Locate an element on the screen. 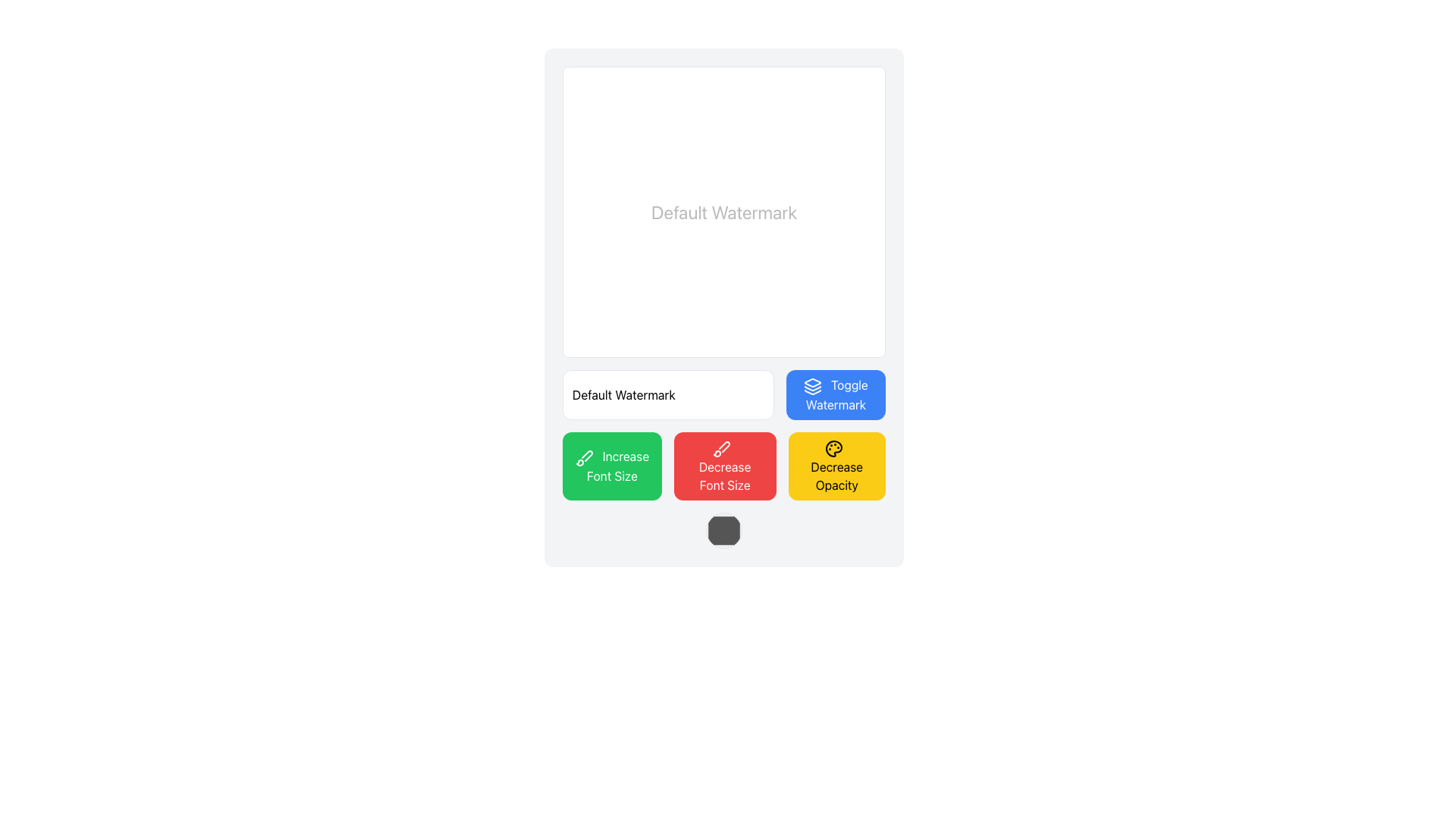 The height and width of the screenshot is (819, 1456). the button that toggles the visibility of the watermark feature, located at the top-right position within a three-column grid layout, adjacent to the 'Default Watermark' text input field is located at coordinates (835, 394).